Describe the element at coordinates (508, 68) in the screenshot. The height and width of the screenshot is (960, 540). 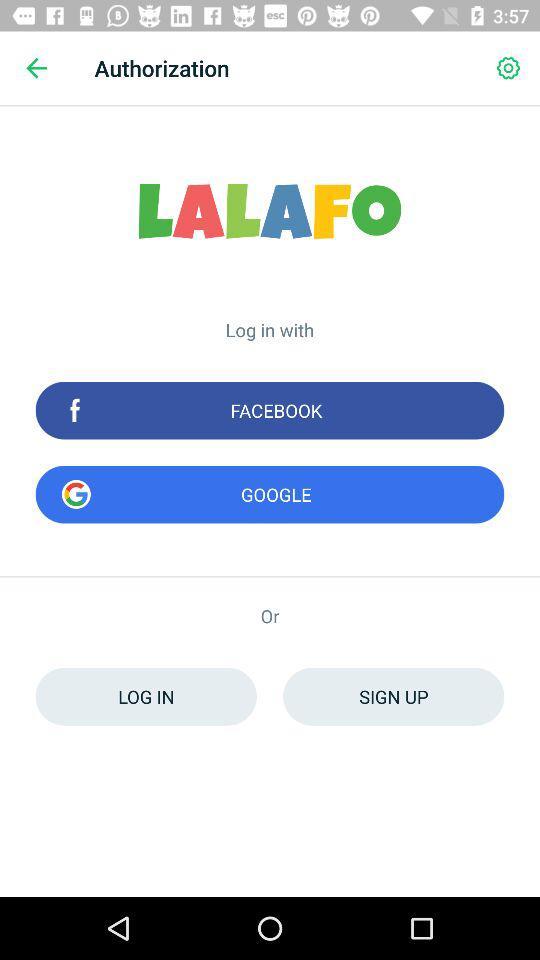
I see `the icon at the top right corner` at that location.